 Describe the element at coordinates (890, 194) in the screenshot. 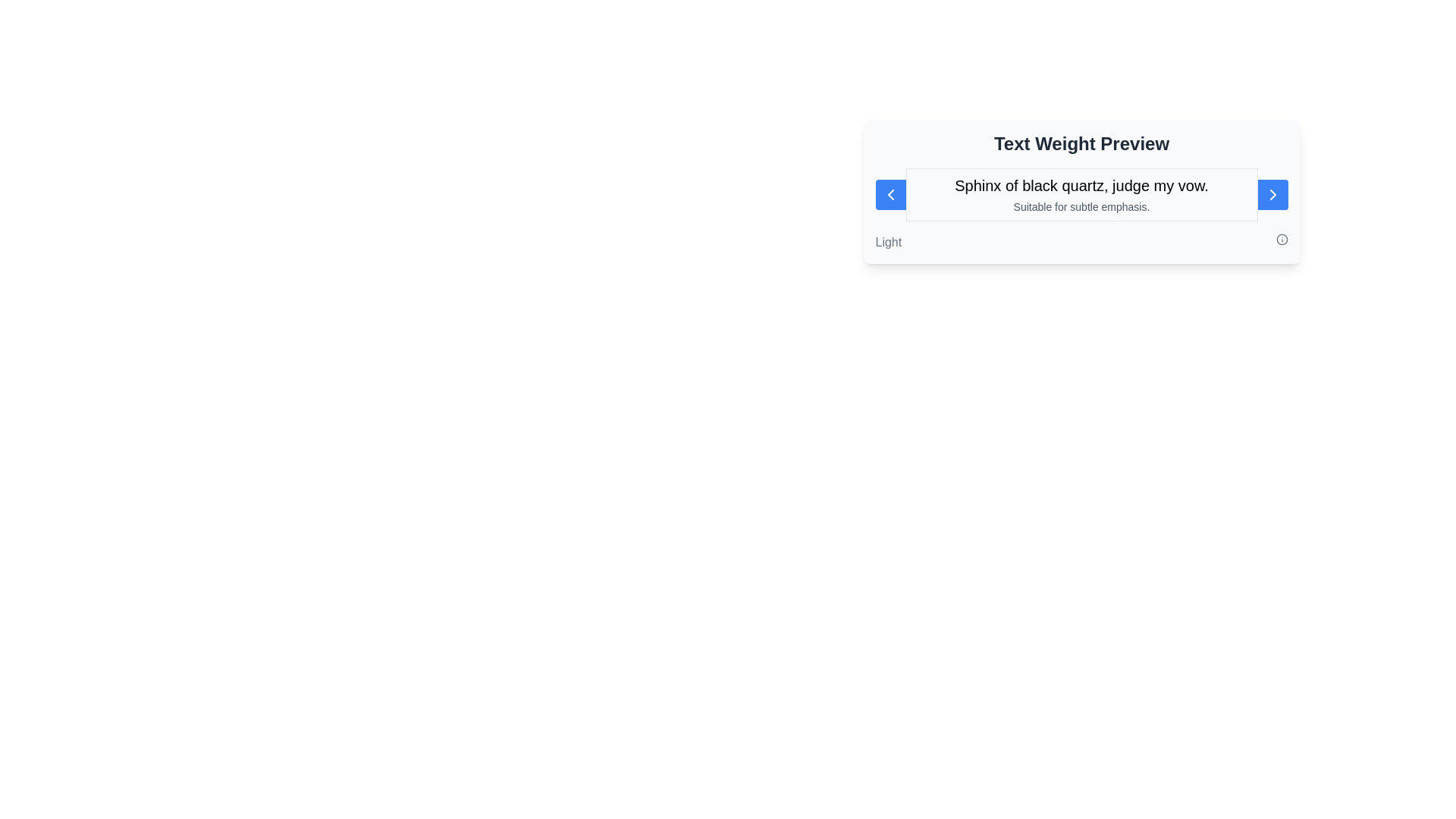

I see `the navigational button, a blue square icon located to the far left of the text display panel` at that location.